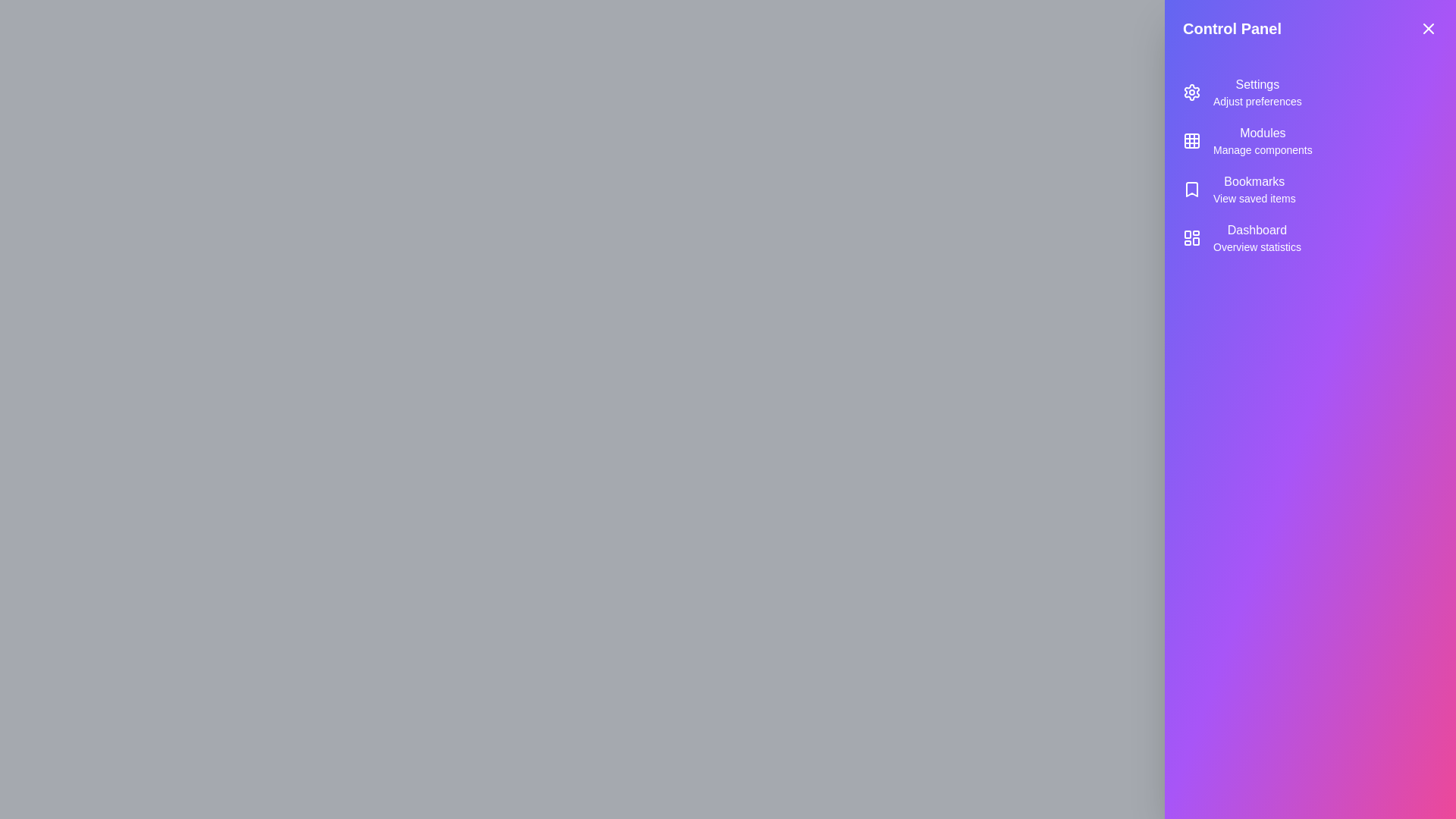 The height and width of the screenshot is (819, 1456). I want to click on the Navigation link in the right-hand sidebar, so click(1310, 93).